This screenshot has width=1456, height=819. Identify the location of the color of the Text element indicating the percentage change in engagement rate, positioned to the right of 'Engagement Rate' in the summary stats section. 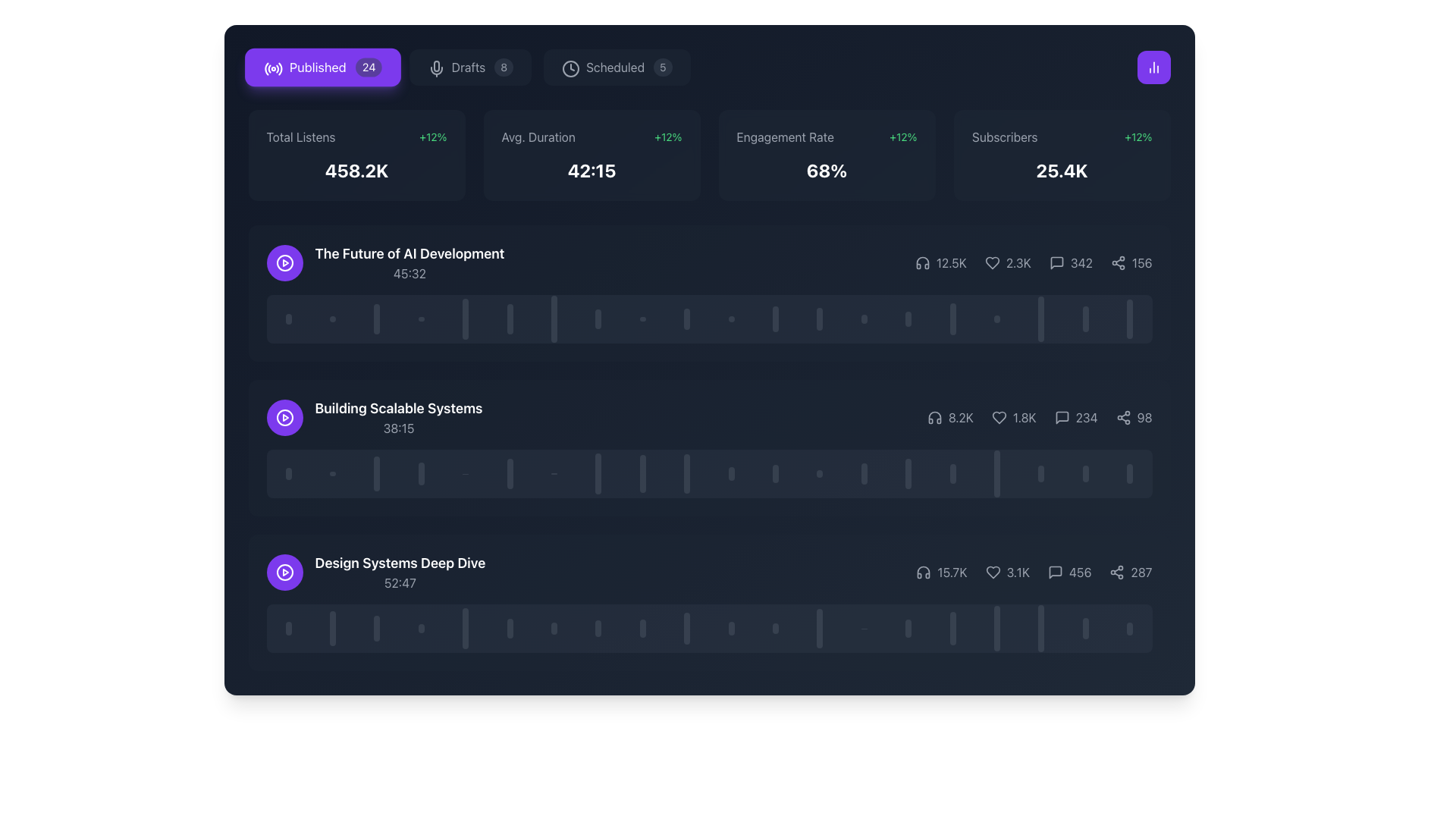
(903, 137).